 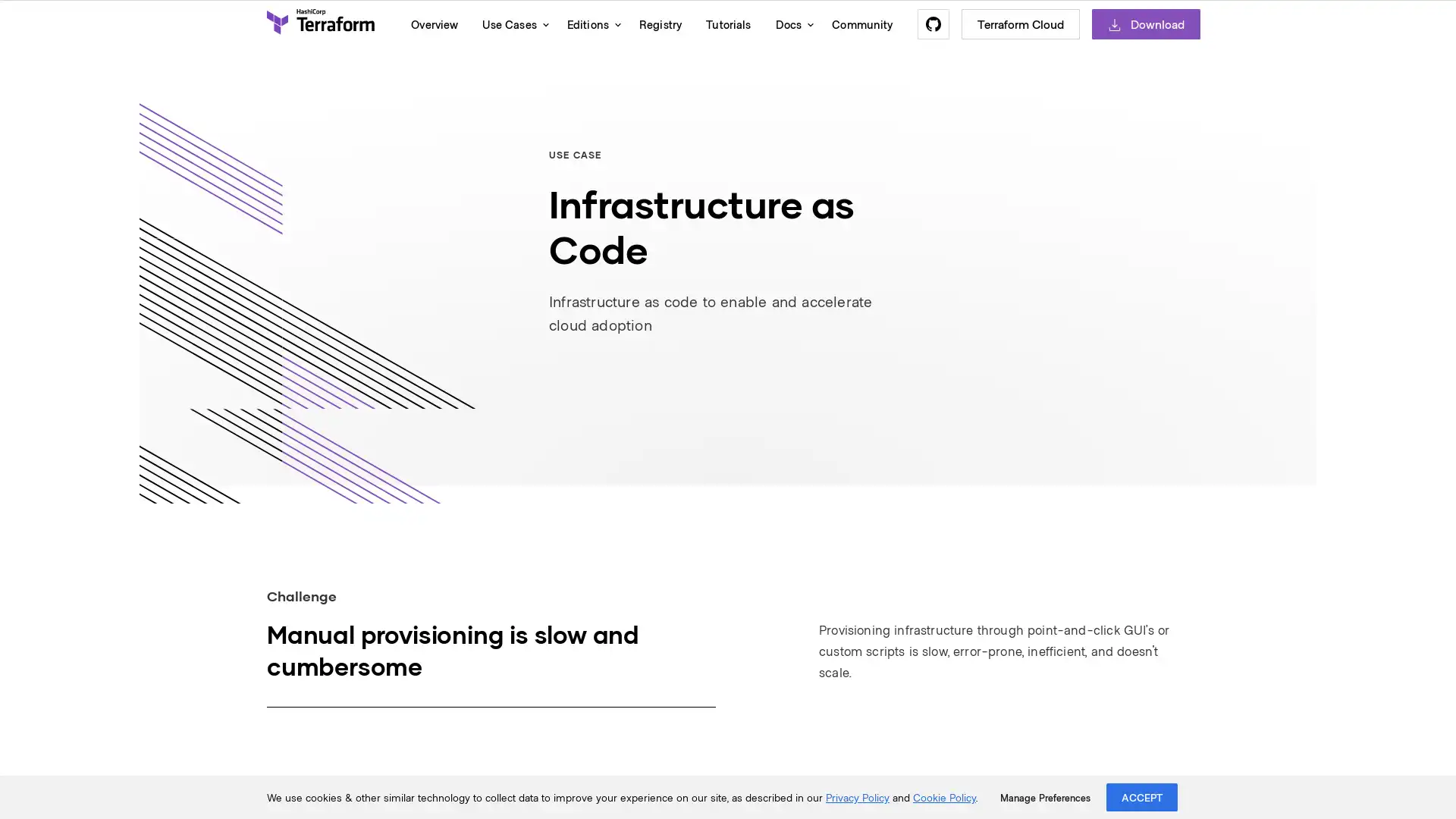 I want to click on Editions, so click(x=589, y=24).